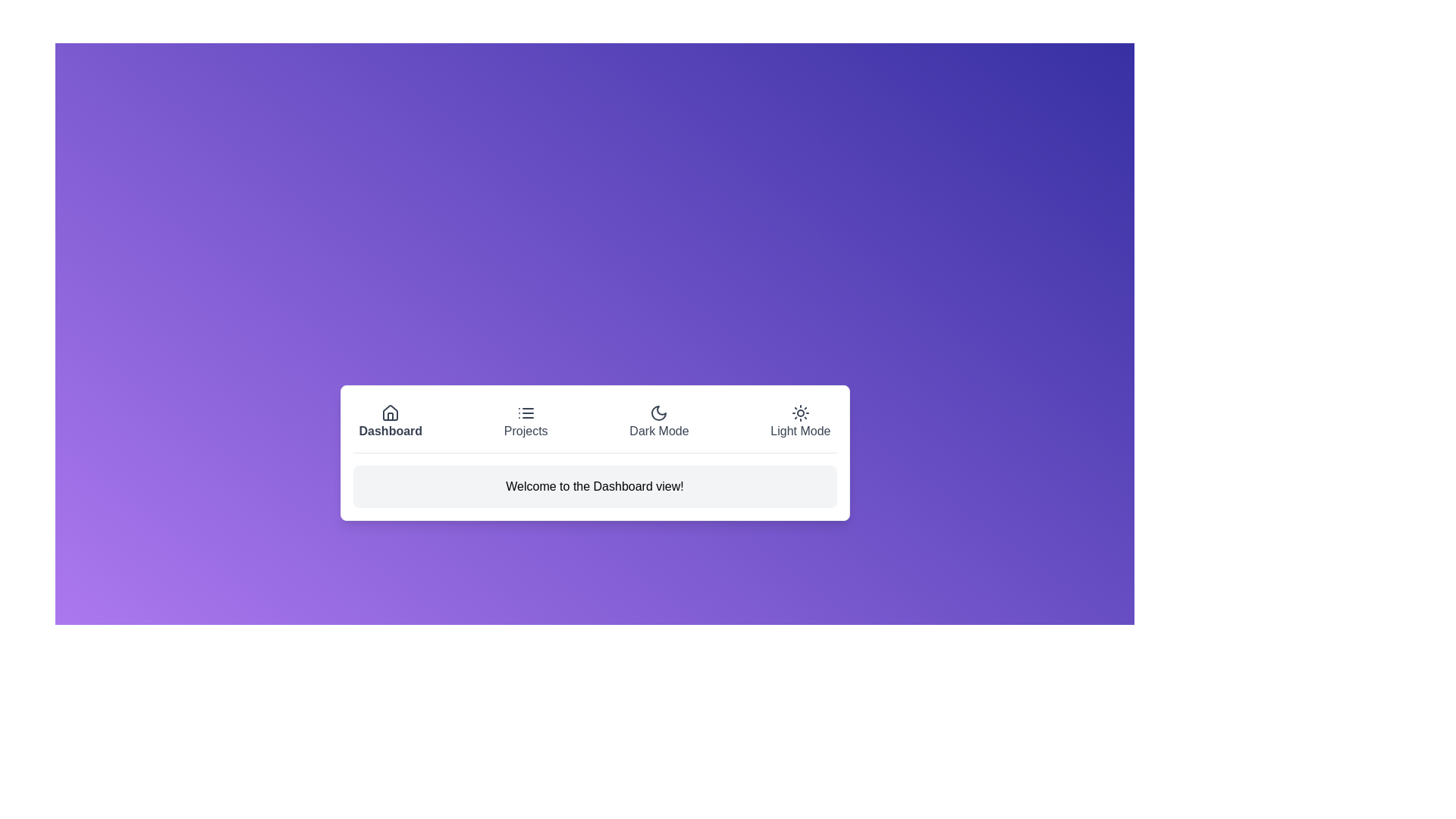 This screenshot has height=819, width=1456. I want to click on the tab labeled Dashboard by clicking on it, so click(391, 422).